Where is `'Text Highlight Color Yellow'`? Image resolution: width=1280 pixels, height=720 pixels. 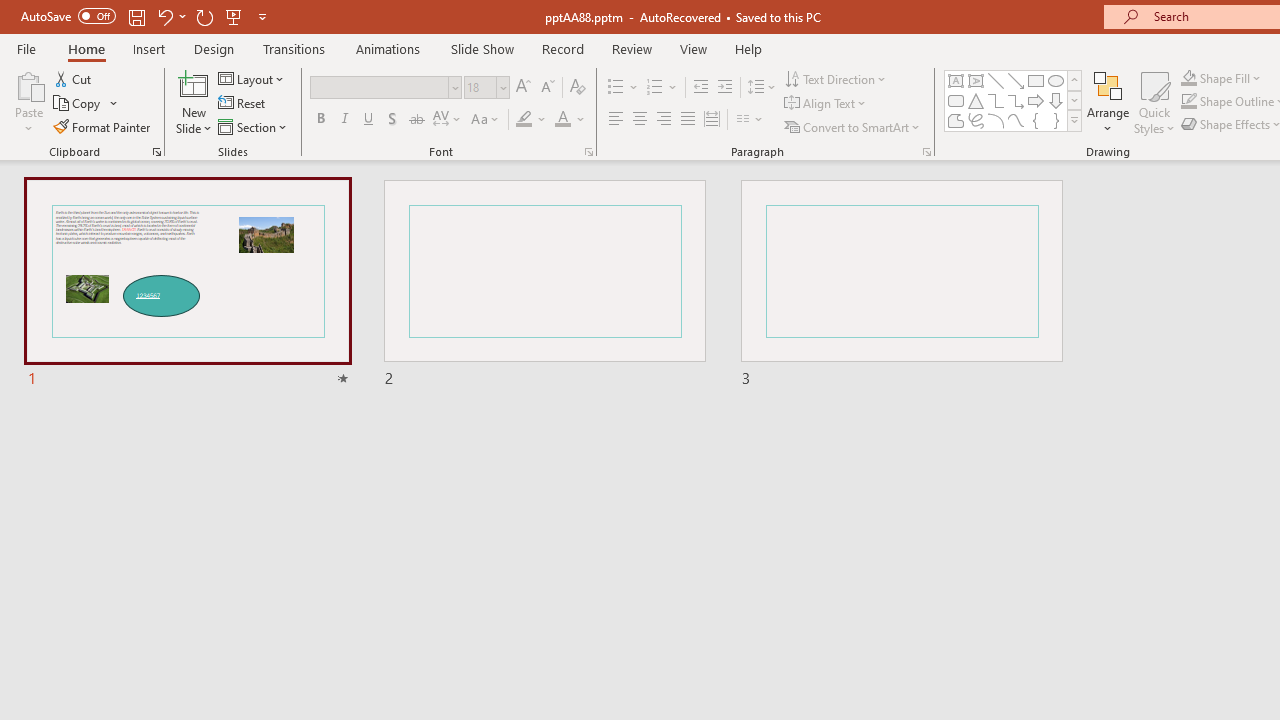
'Text Highlight Color Yellow' is located at coordinates (524, 119).